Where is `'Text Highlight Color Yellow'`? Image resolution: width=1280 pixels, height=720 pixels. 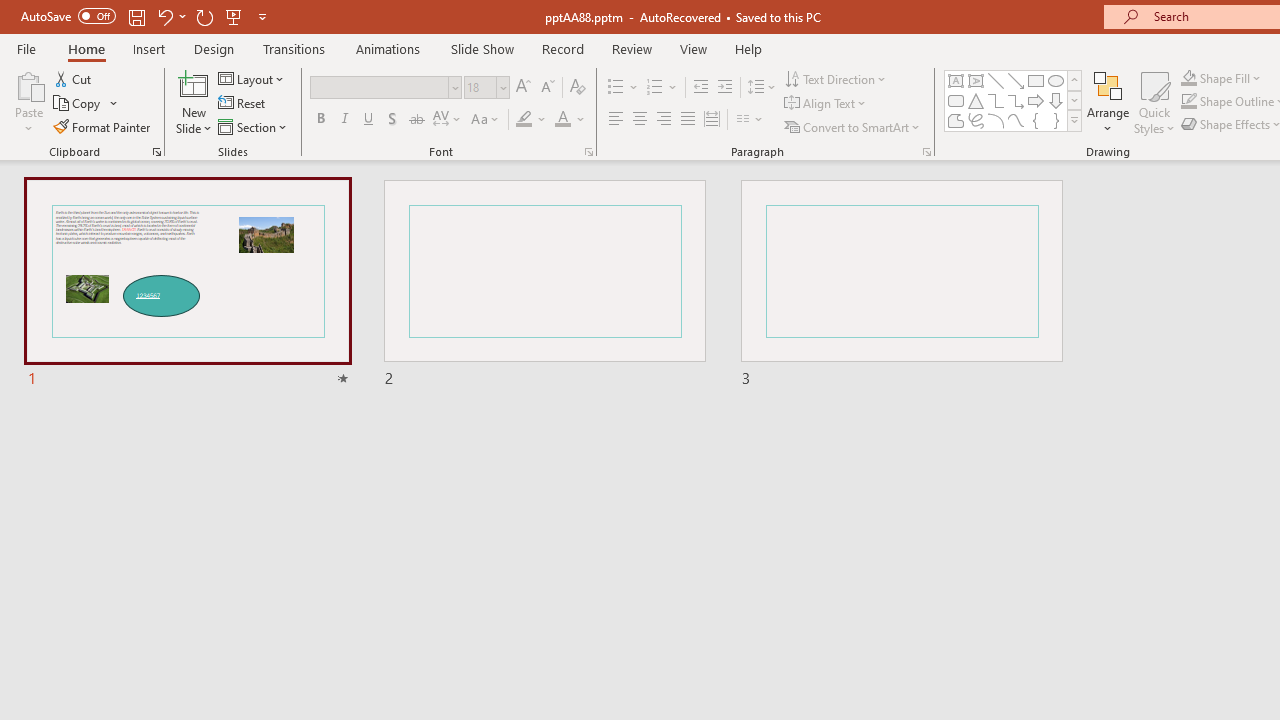
'Text Highlight Color Yellow' is located at coordinates (524, 119).